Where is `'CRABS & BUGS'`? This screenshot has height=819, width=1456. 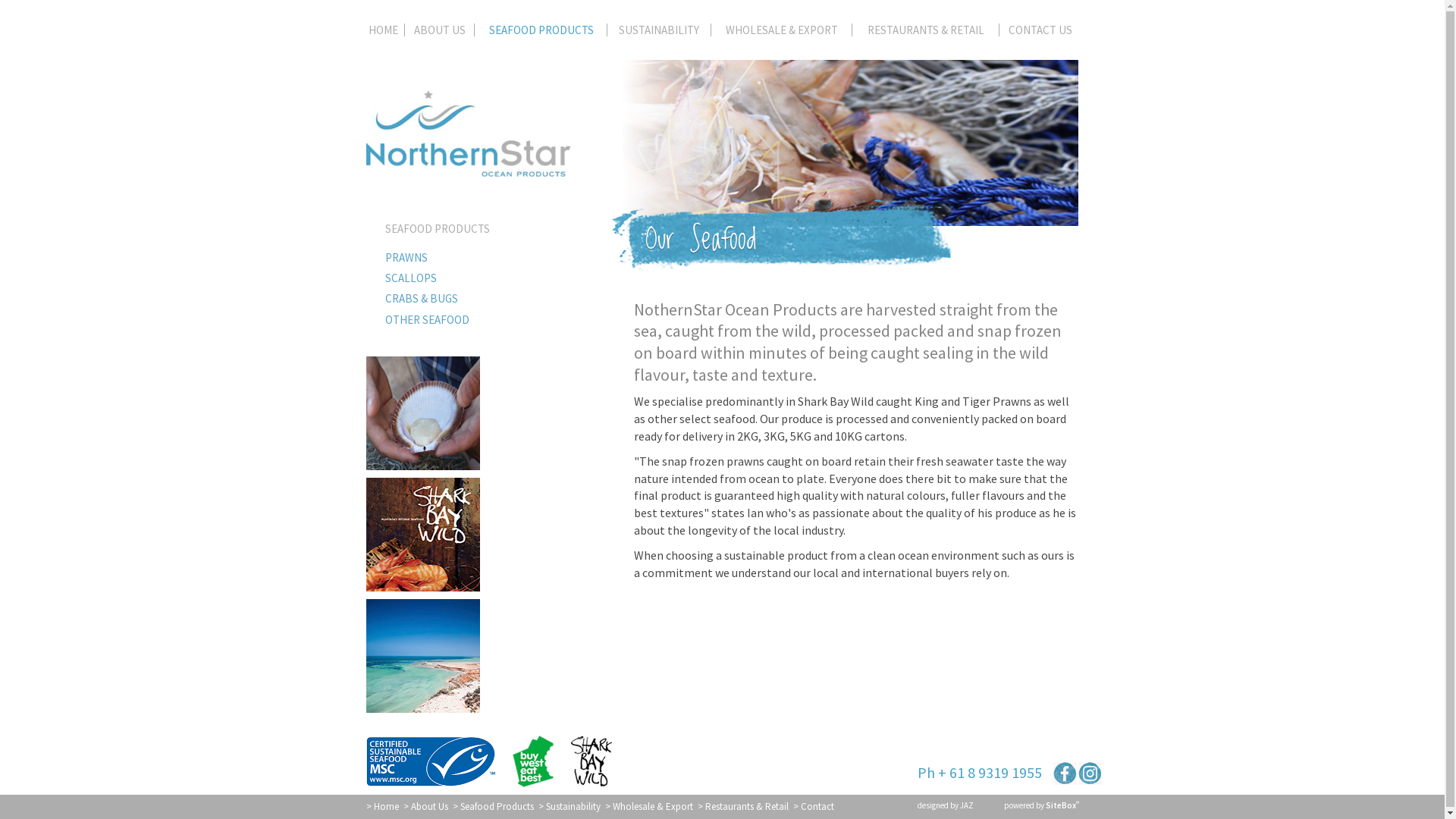
'CRABS & BUGS' is located at coordinates (475, 298).